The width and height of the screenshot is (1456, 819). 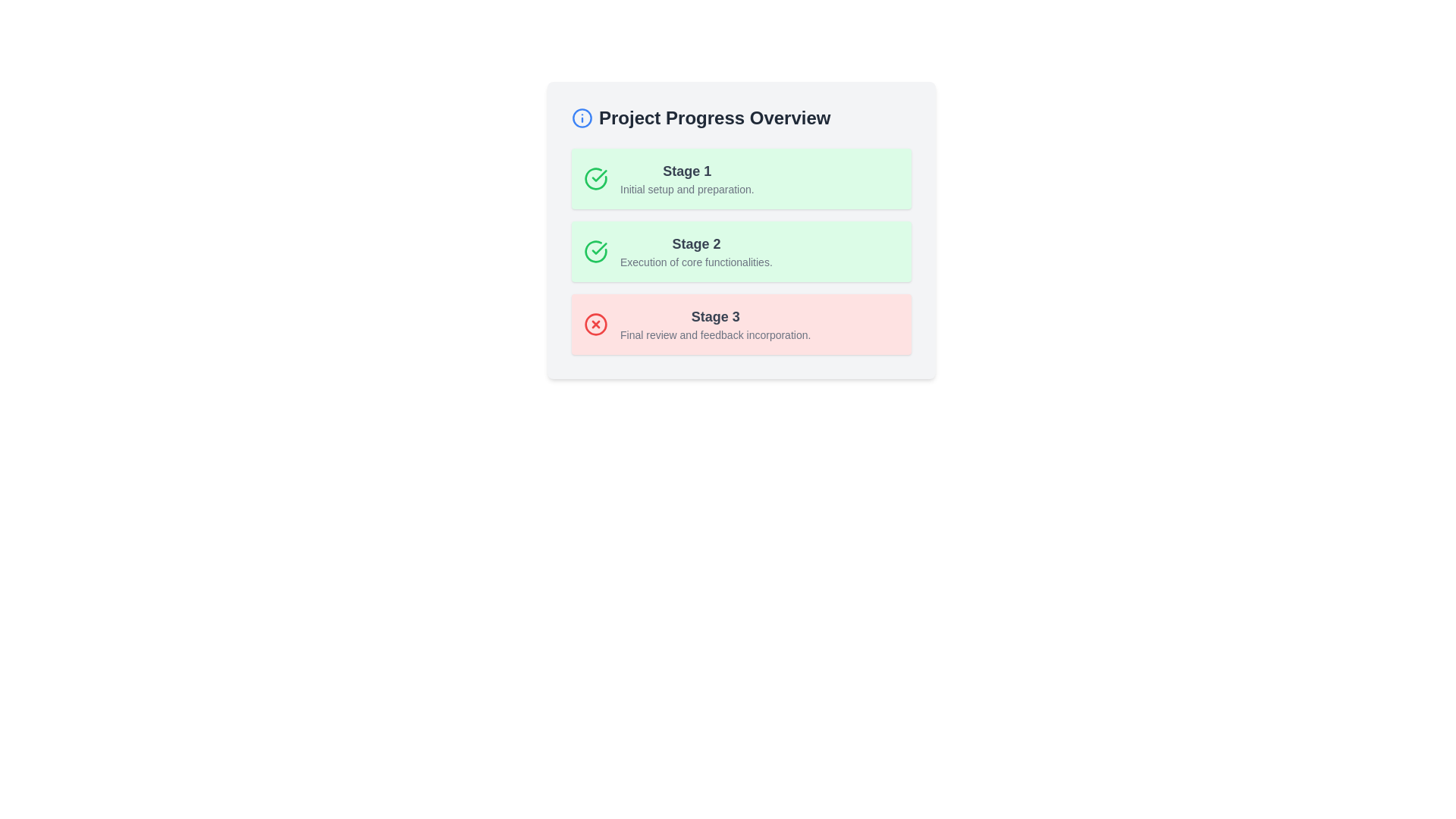 What do you see at coordinates (695, 243) in the screenshot?
I see `the Static text label that signifies the current or highlighted step in the outlined project stages` at bounding box center [695, 243].